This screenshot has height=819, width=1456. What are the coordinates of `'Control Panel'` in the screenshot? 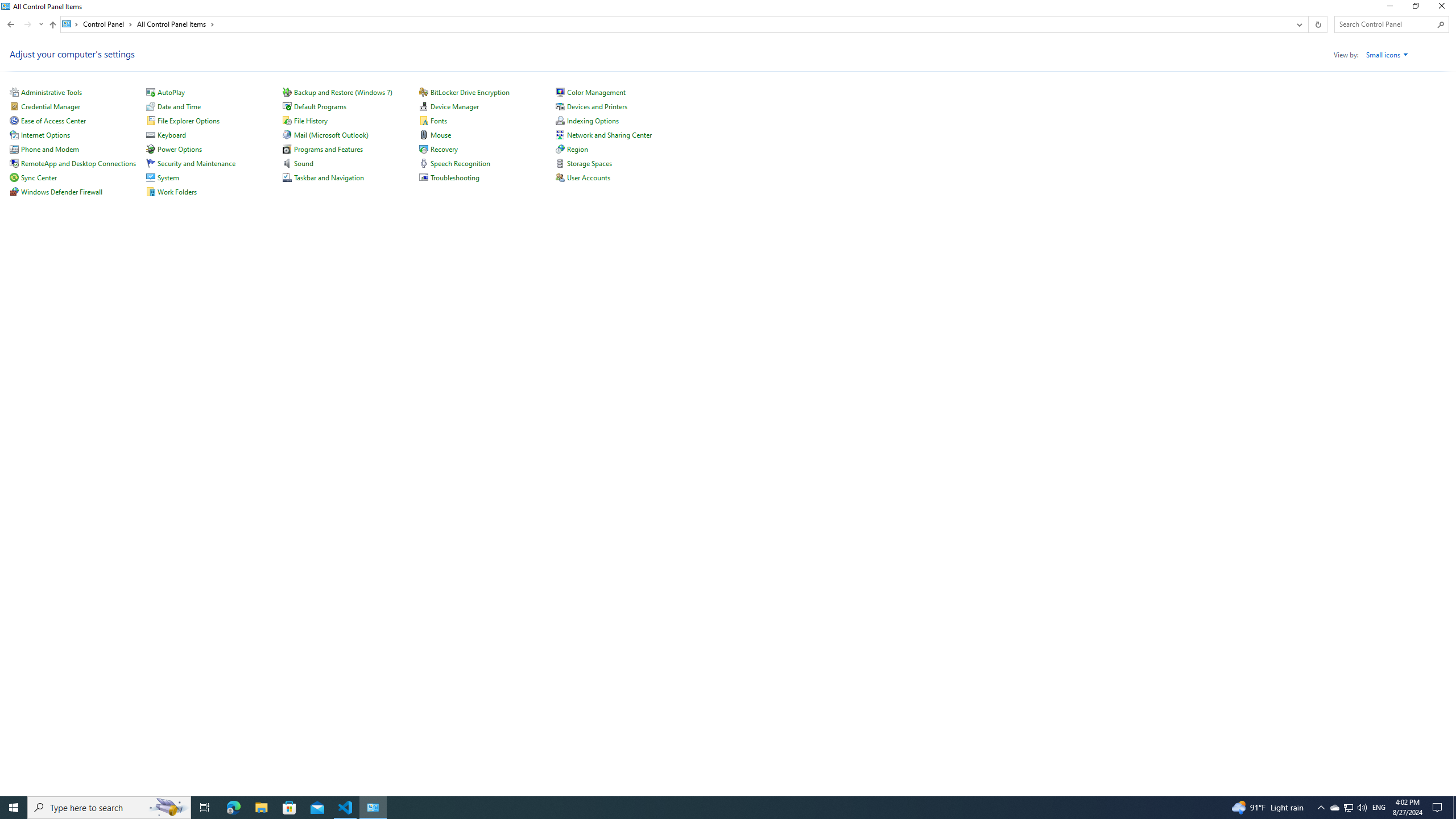 It's located at (107, 24).